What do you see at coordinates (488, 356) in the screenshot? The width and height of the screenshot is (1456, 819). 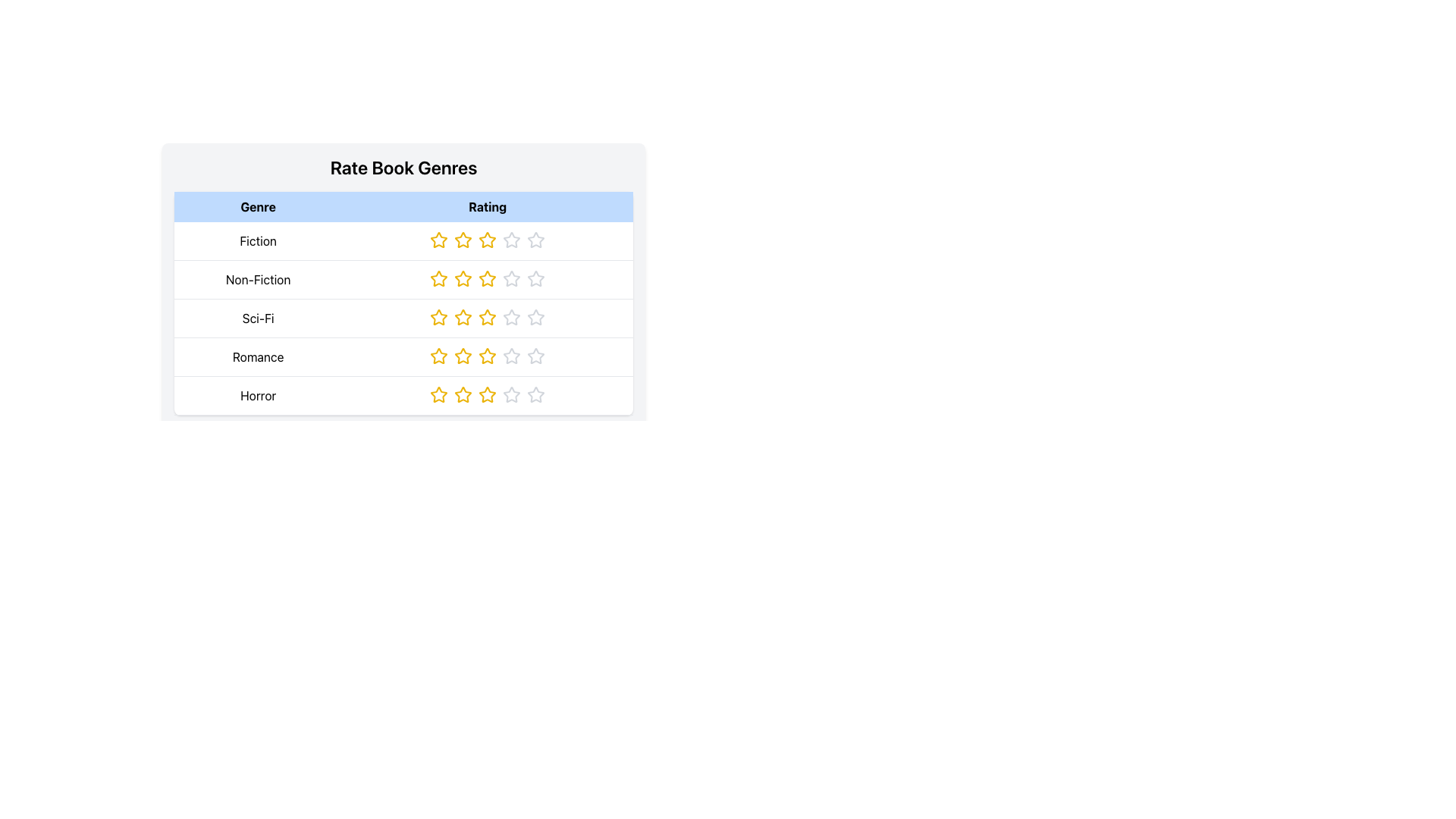 I see `the third star in the rating row for the 'Romance' genre` at bounding box center [488, 356].